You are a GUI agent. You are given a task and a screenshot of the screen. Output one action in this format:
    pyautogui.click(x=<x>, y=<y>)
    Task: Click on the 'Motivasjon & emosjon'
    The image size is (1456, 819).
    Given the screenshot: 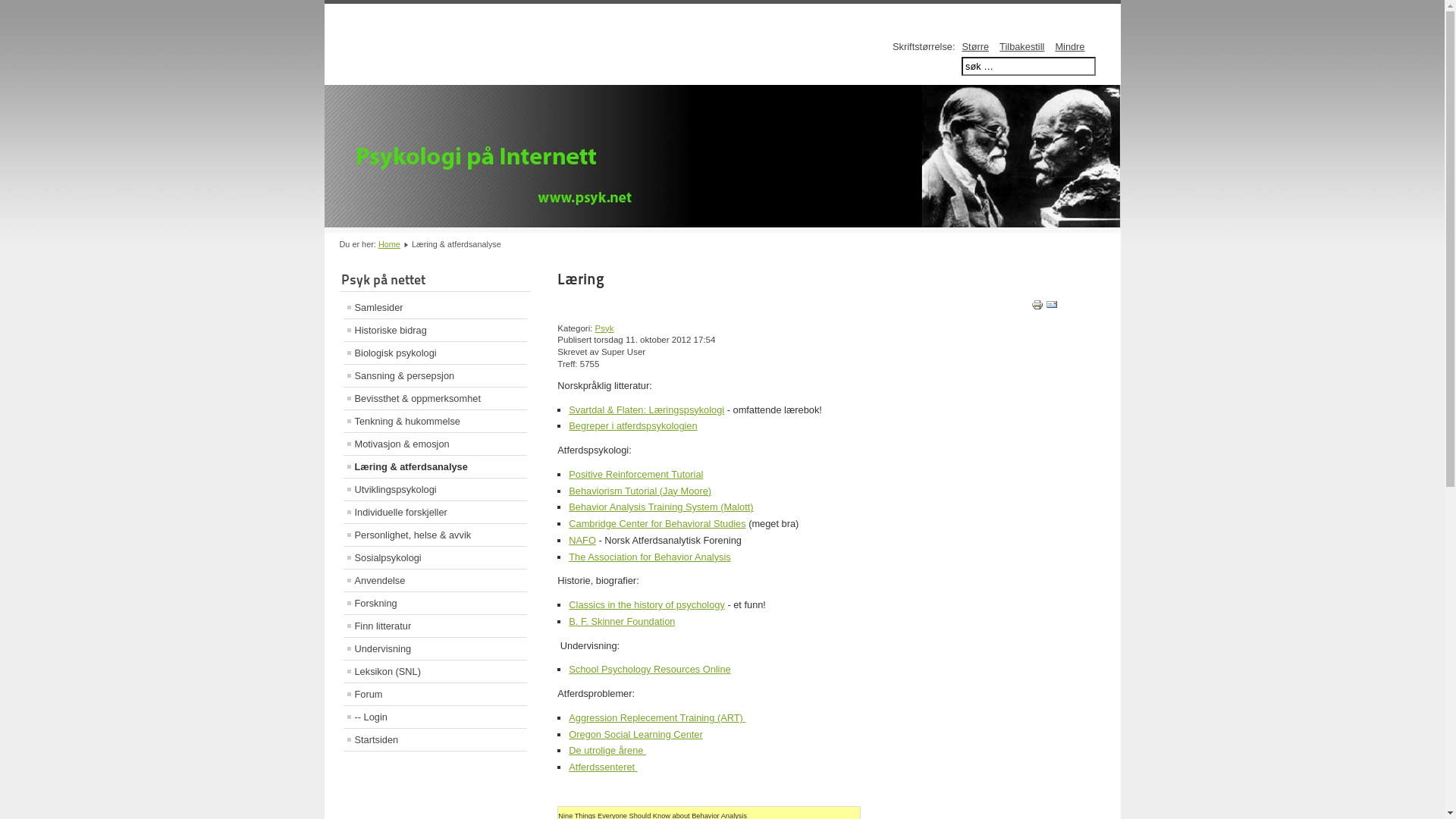 What is the action you would take?
    pyautogui.click(x=341, y=444)
    